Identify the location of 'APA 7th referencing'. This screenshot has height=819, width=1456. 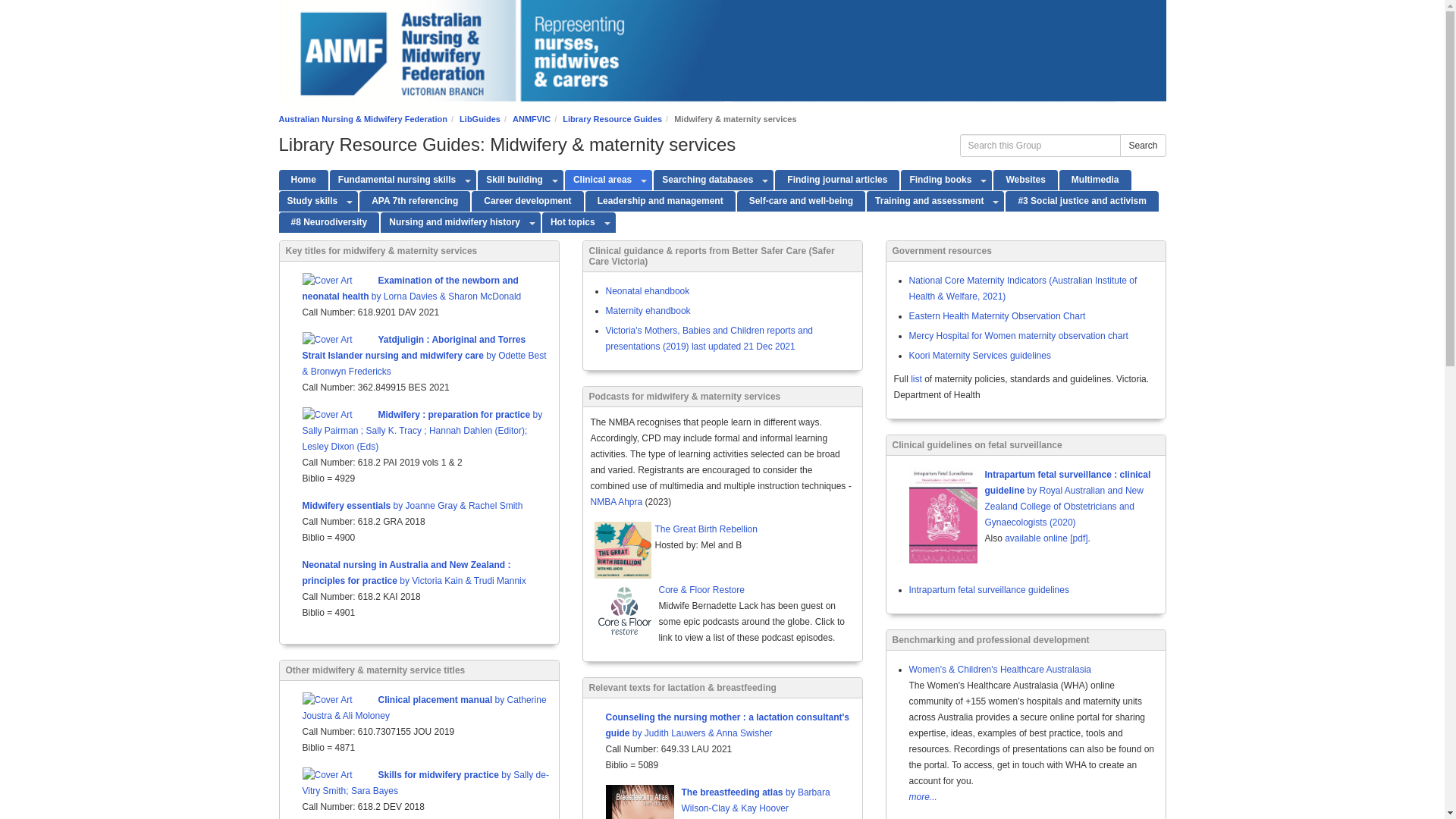
(359, 200).